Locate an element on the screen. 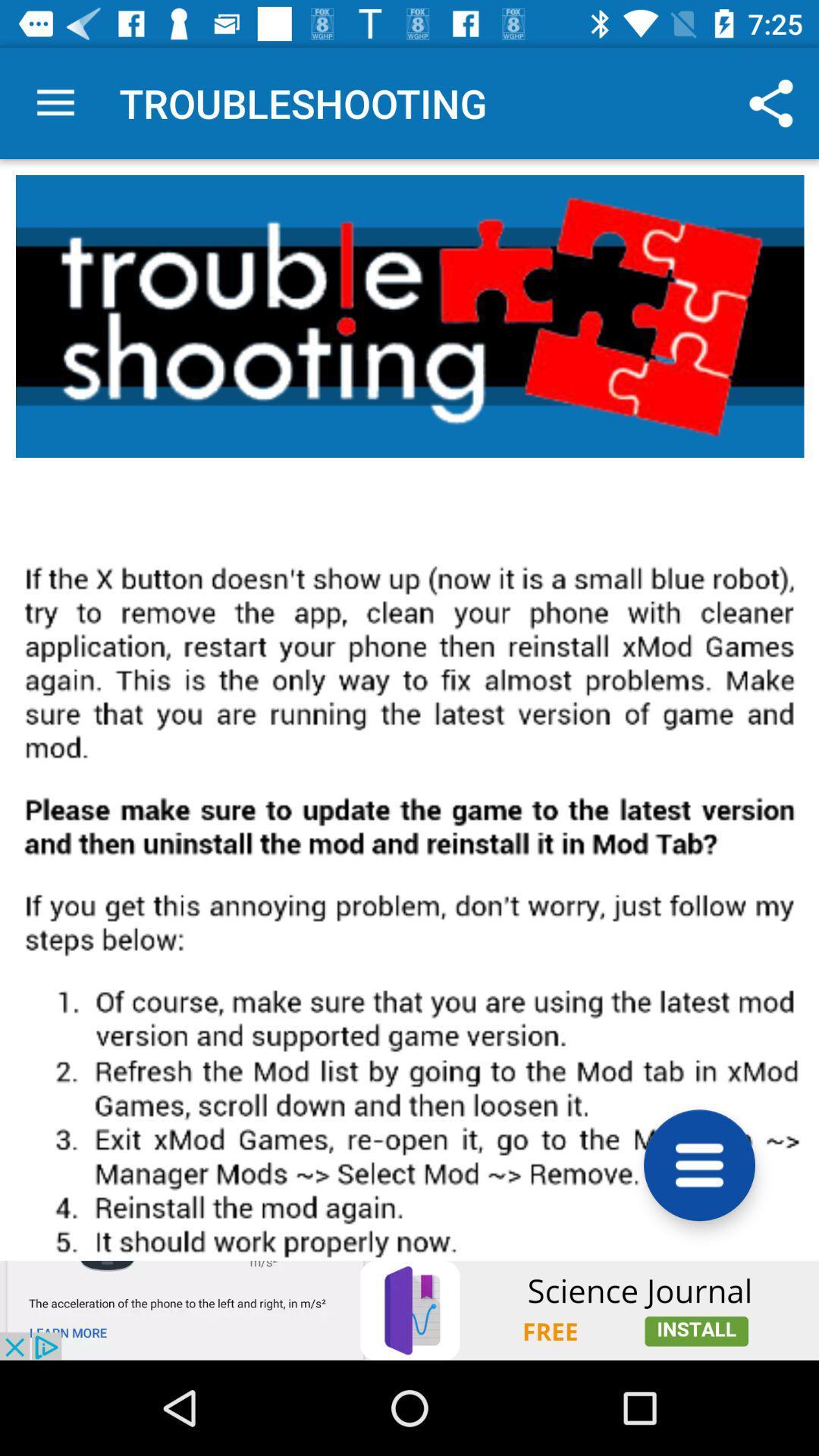  install app is located at coordinates (409, 1310).